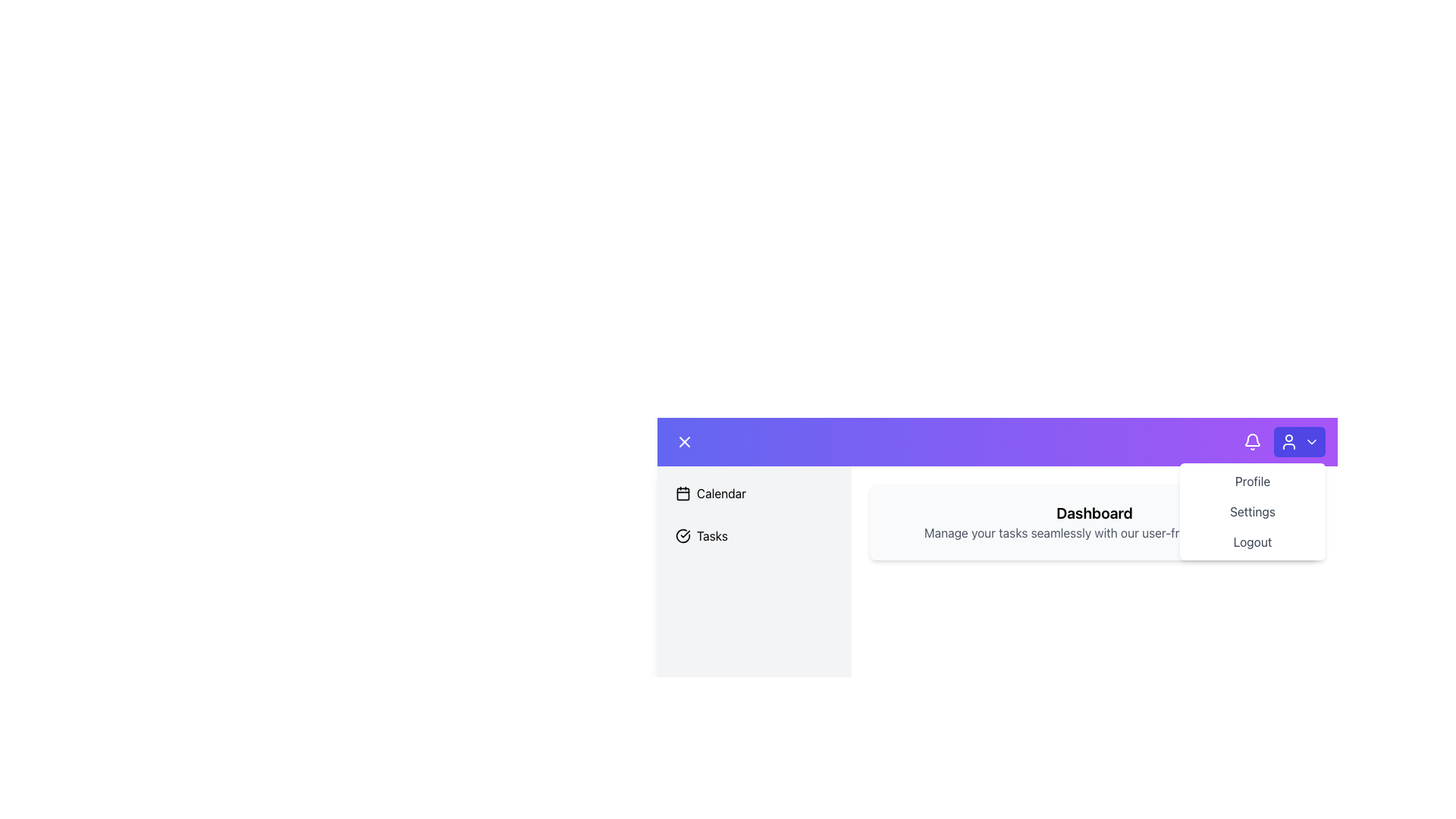 The image size is (1456, 819). What do you see at coordinates (1252, 541) in the screenshot?
I see `the logout button located at the bottom of the dropdown list, which is the third item after 'Profile' and 'Settings'` at bounding box center [1252, 541].